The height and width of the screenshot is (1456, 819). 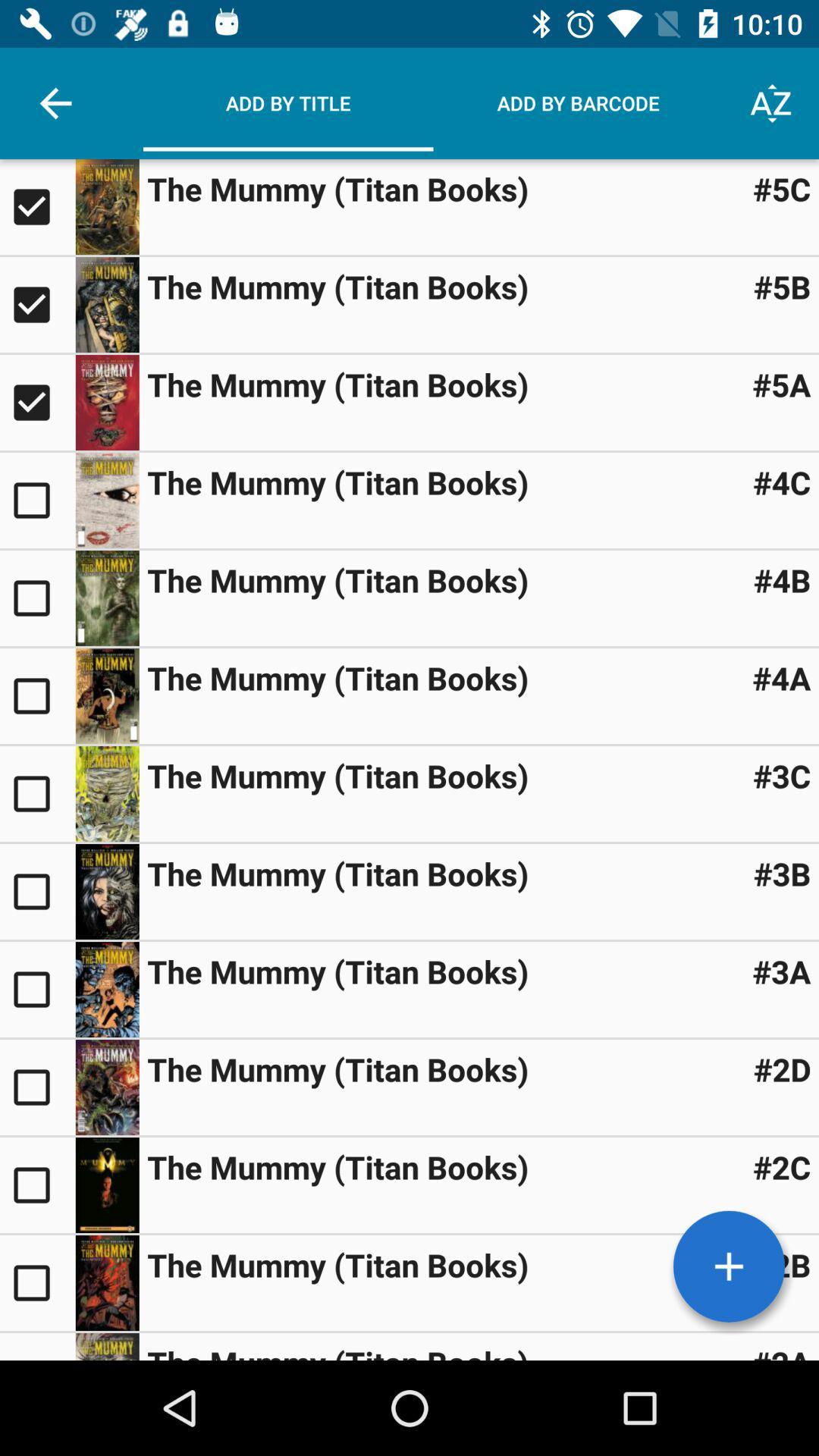 I want to click on item next to the the mummy titan, so click(x=782, y=775).